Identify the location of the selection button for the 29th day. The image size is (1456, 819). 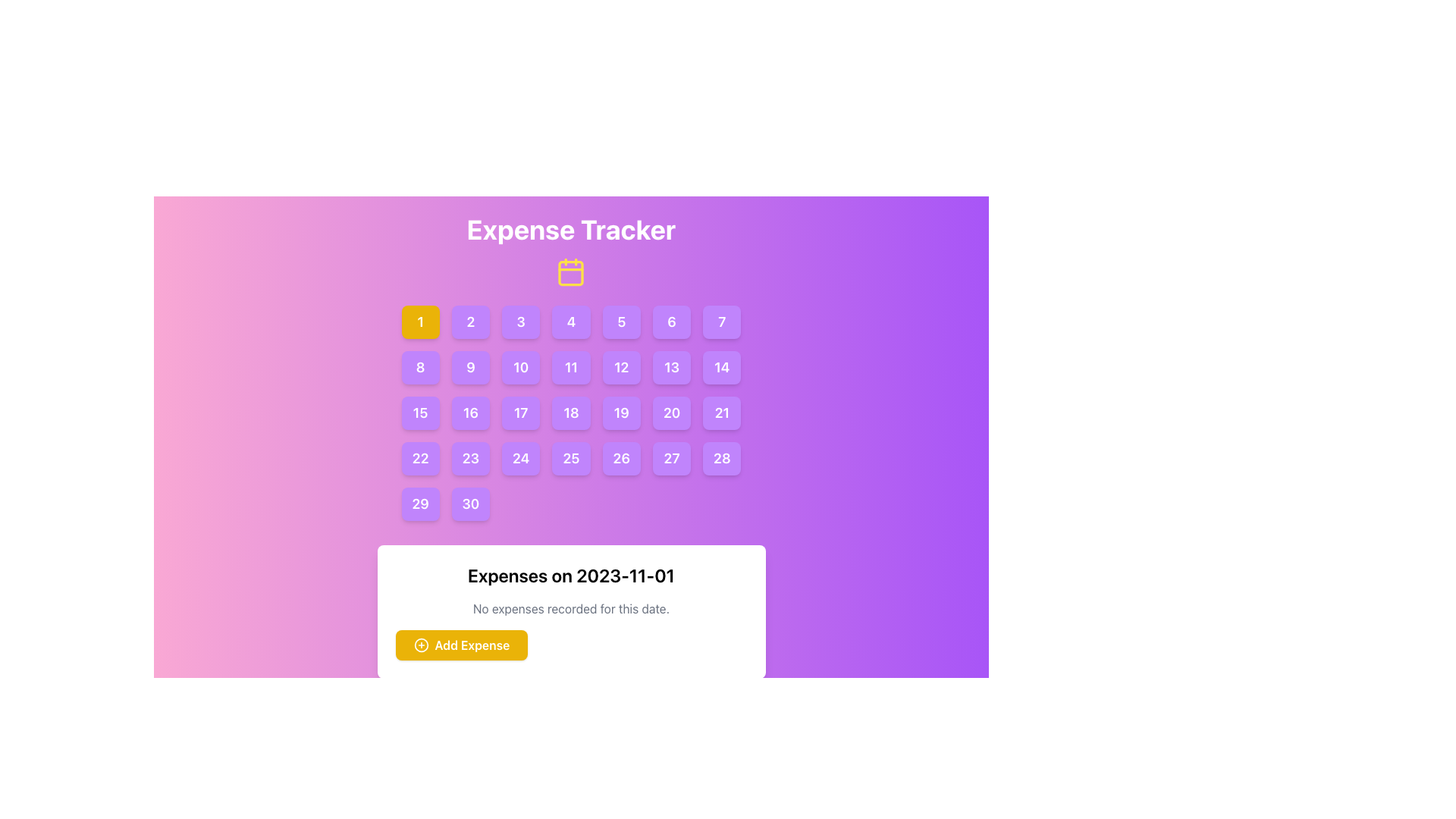
(420, 504).